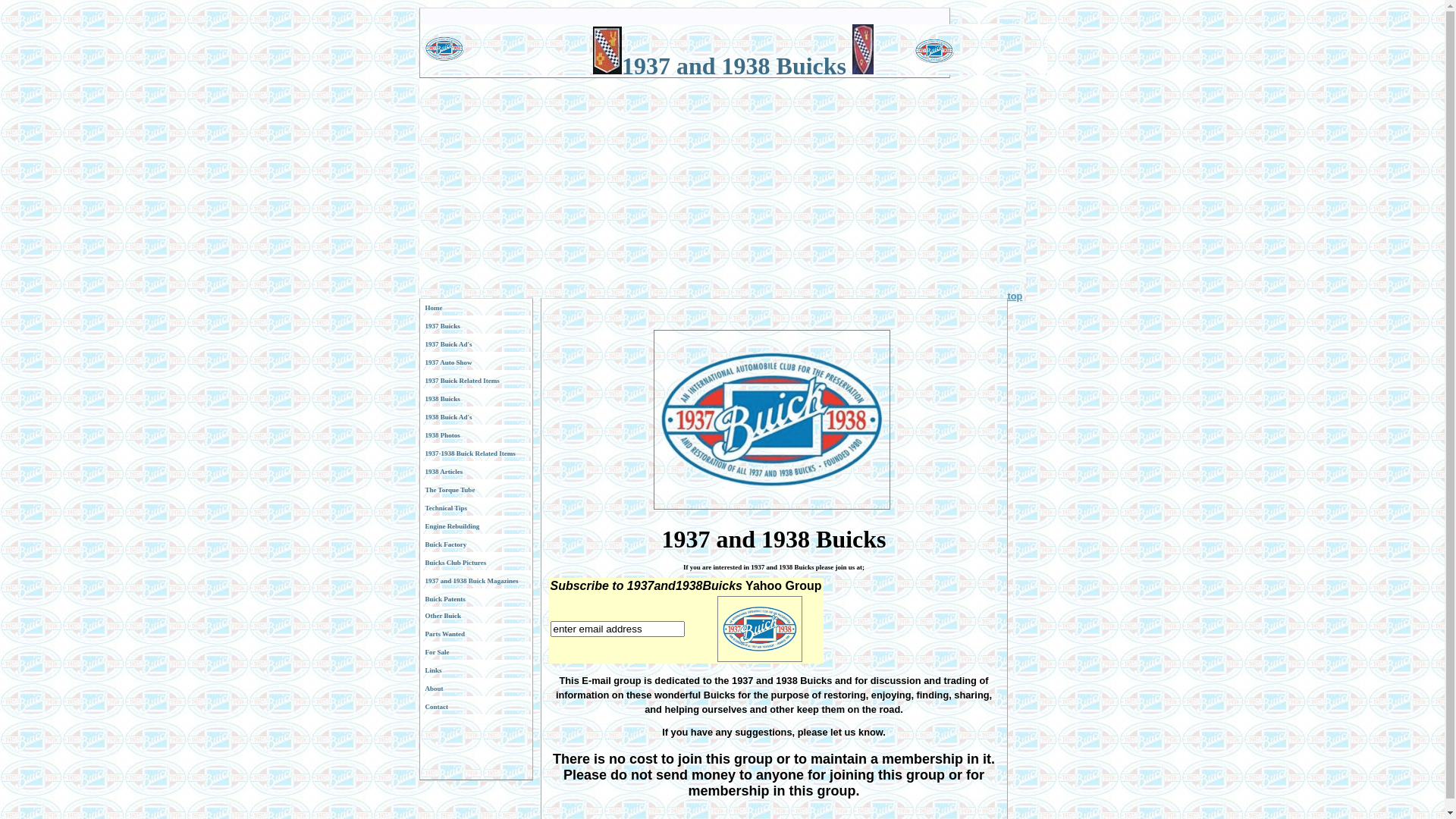 This screenshot has height=819, width=1456. Describe the element at coordinates (475, 489) in the screenshot. I see `'The Torque Tube'` at that location.